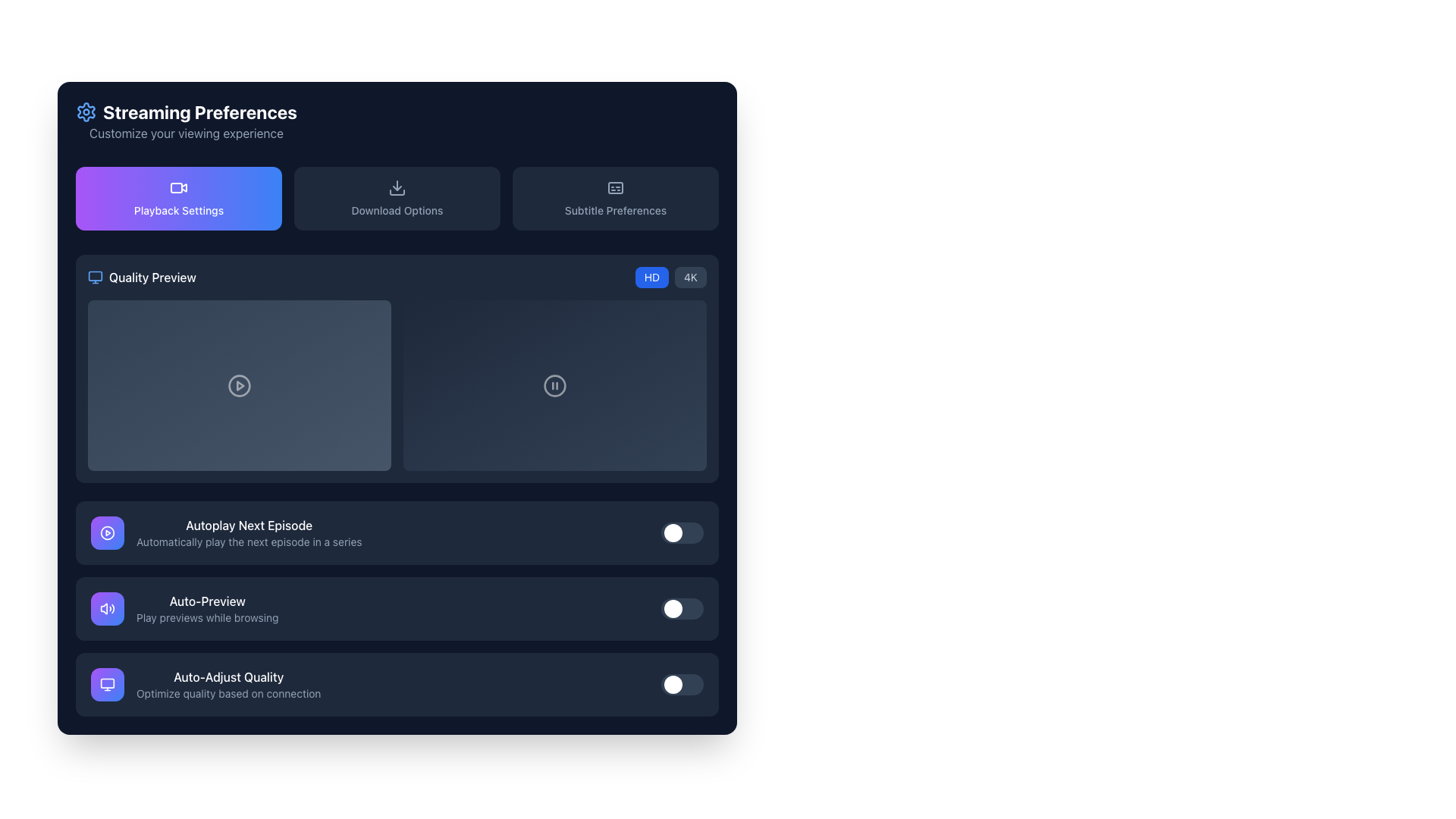  What do you see at coordinates (184, 607) in the screenshot?
I see `the 'Auto-Preview' label which features a soundwave icon and two lines of text, positioned as the second item in a settings panel` at bounding box center [184, 607].